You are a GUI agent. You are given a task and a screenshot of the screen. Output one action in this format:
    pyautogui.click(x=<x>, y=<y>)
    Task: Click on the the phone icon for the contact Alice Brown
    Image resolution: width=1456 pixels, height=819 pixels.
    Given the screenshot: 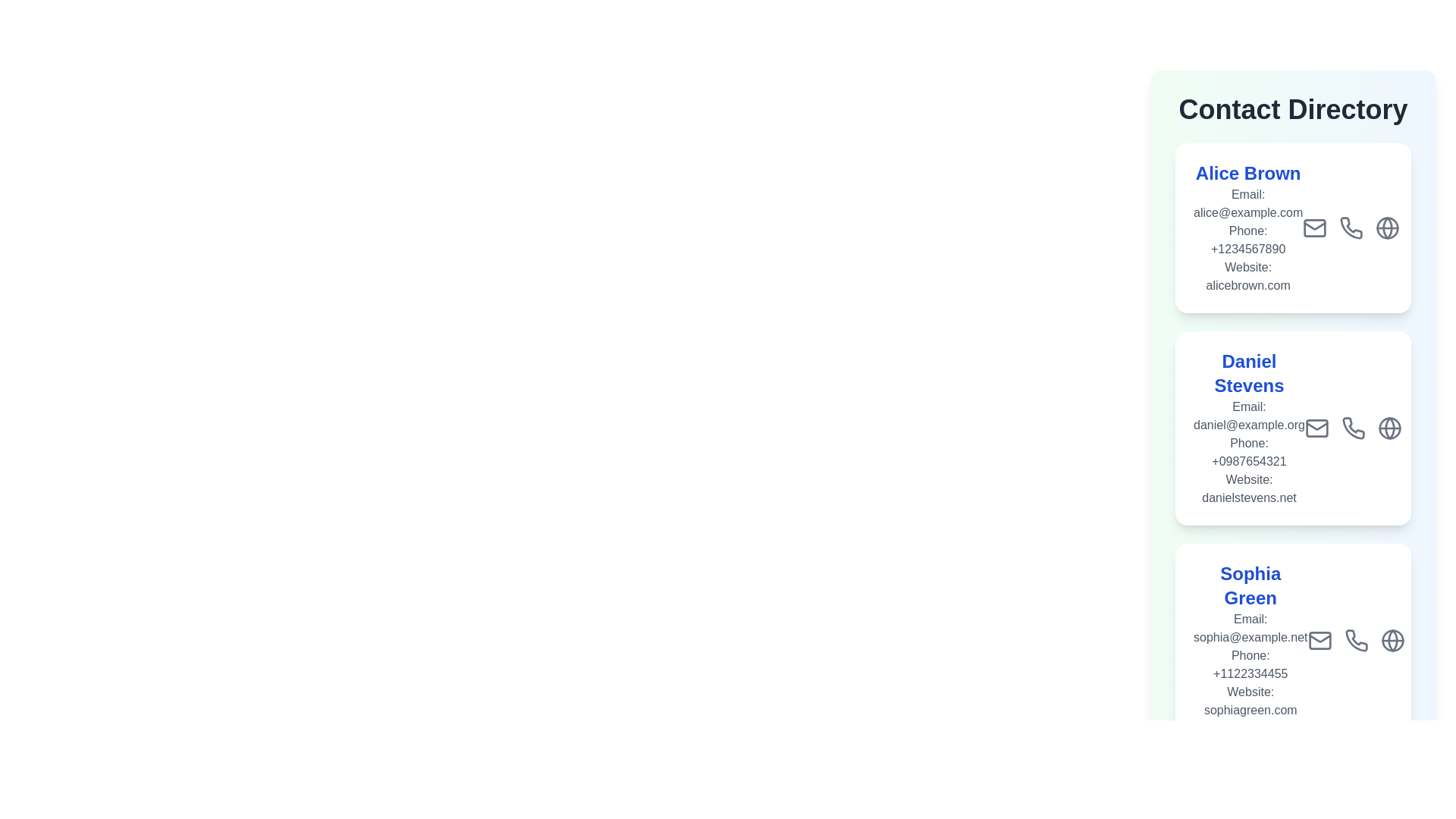 What is the action you would take?
    pyautogui.click(x=1351, y=227)
    